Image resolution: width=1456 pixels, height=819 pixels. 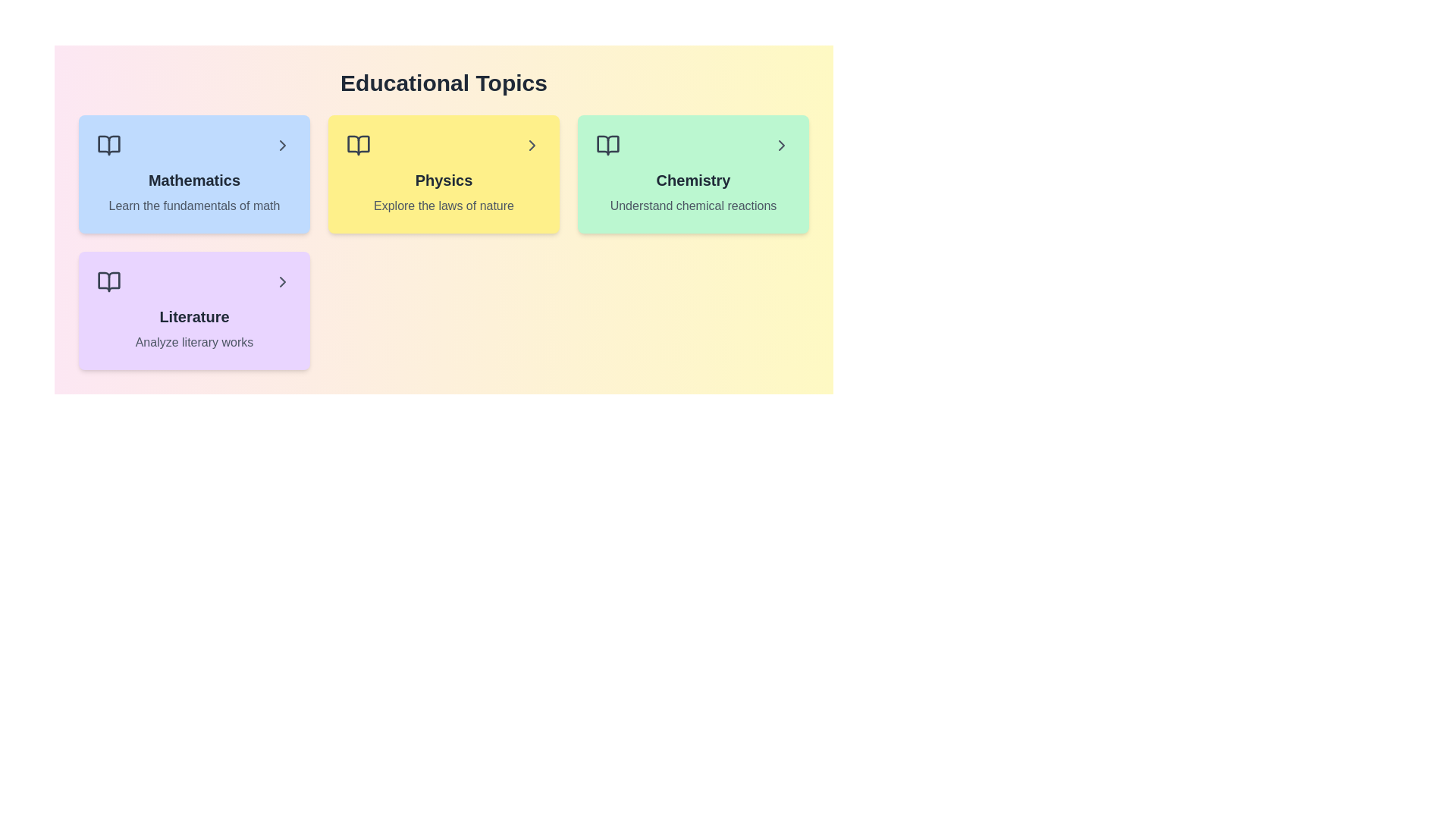 I want to click on the topic card for Literature to preview its interactive effect, so click(x=193, y=309).